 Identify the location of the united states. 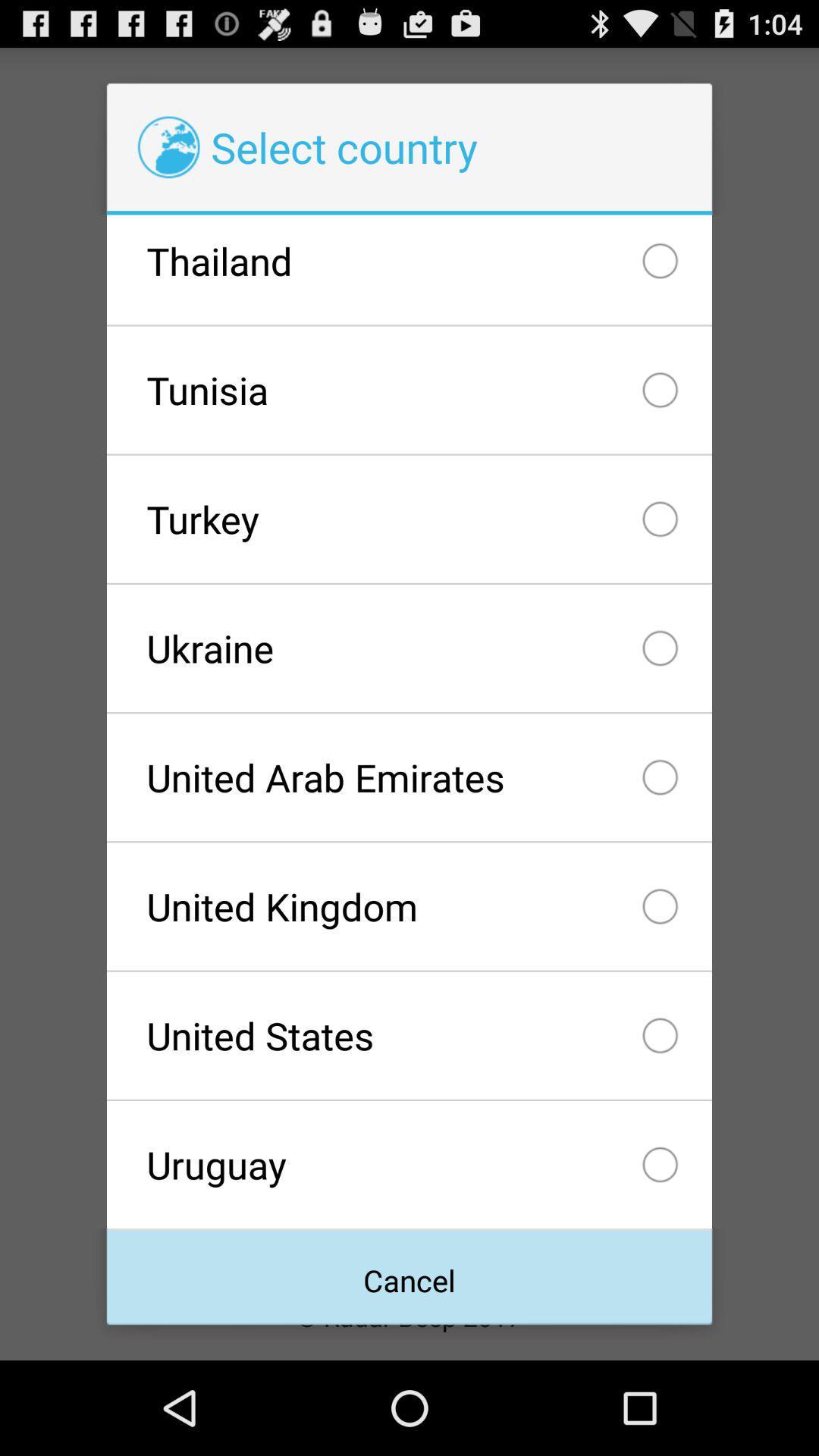
(409, 1034).